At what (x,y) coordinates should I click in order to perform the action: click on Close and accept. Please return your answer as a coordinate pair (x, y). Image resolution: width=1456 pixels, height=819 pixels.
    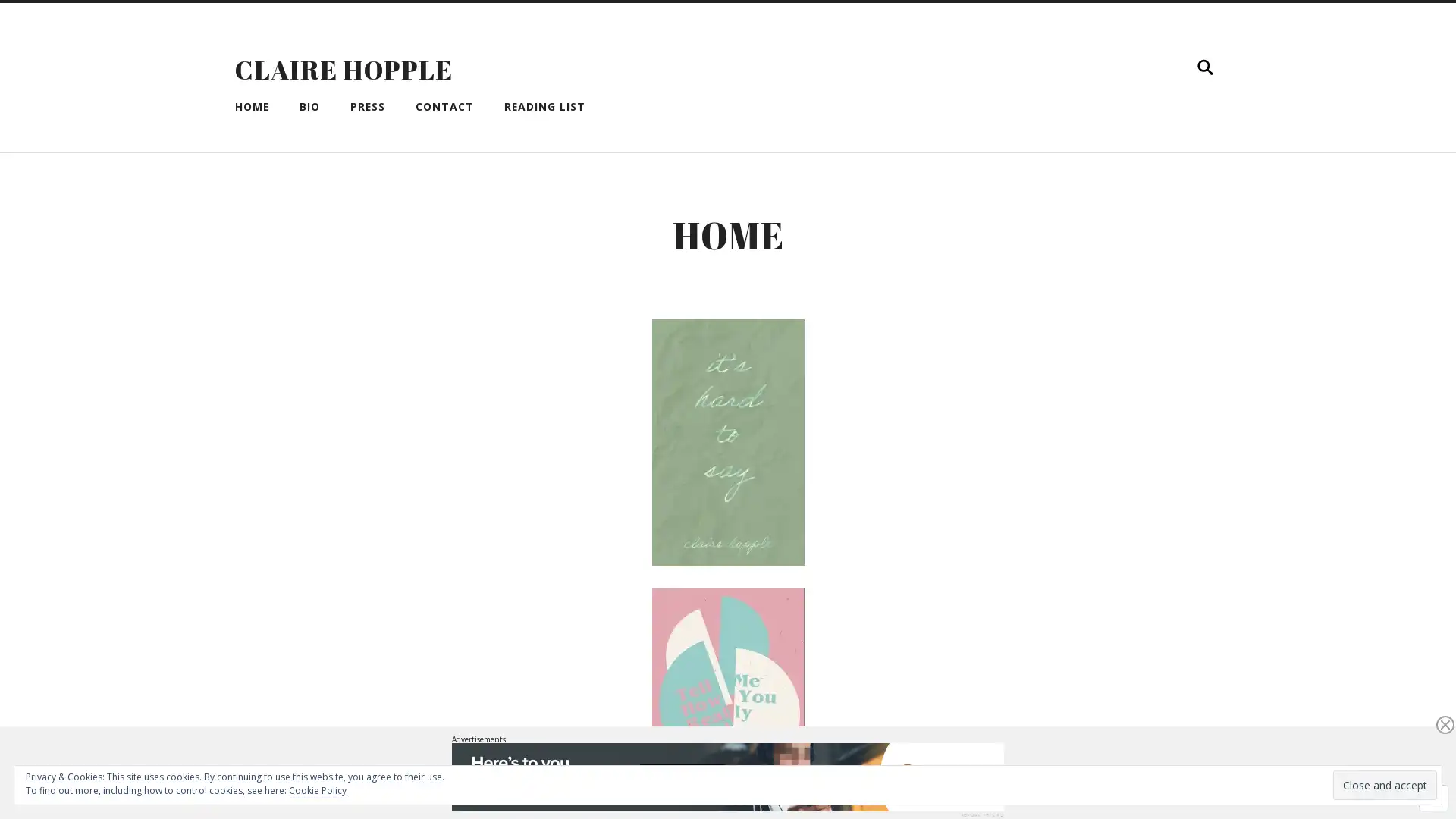
    Looking at the image, I should click on (1385, 785).